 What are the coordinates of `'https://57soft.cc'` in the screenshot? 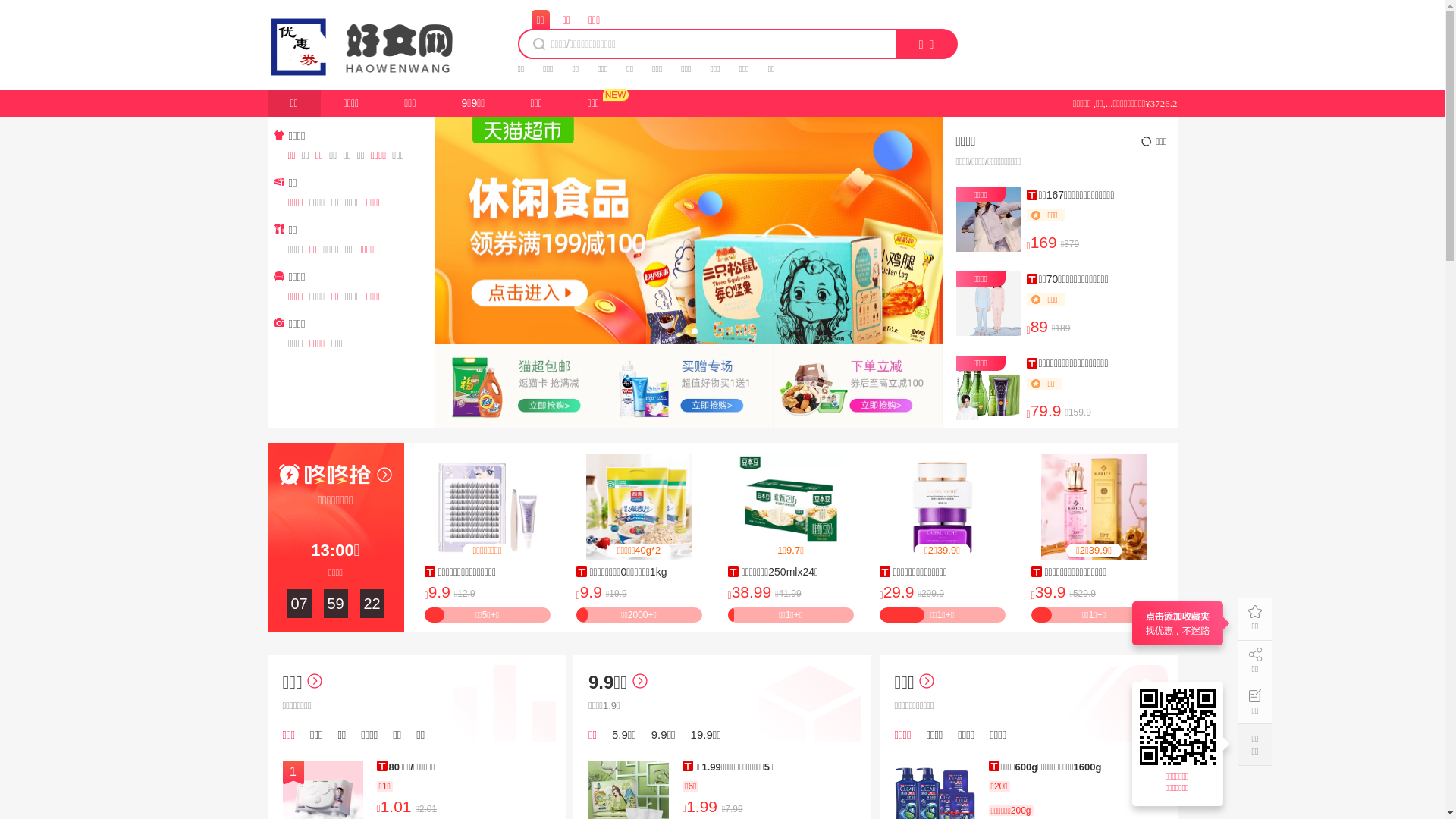 It's located at (1178, 726).